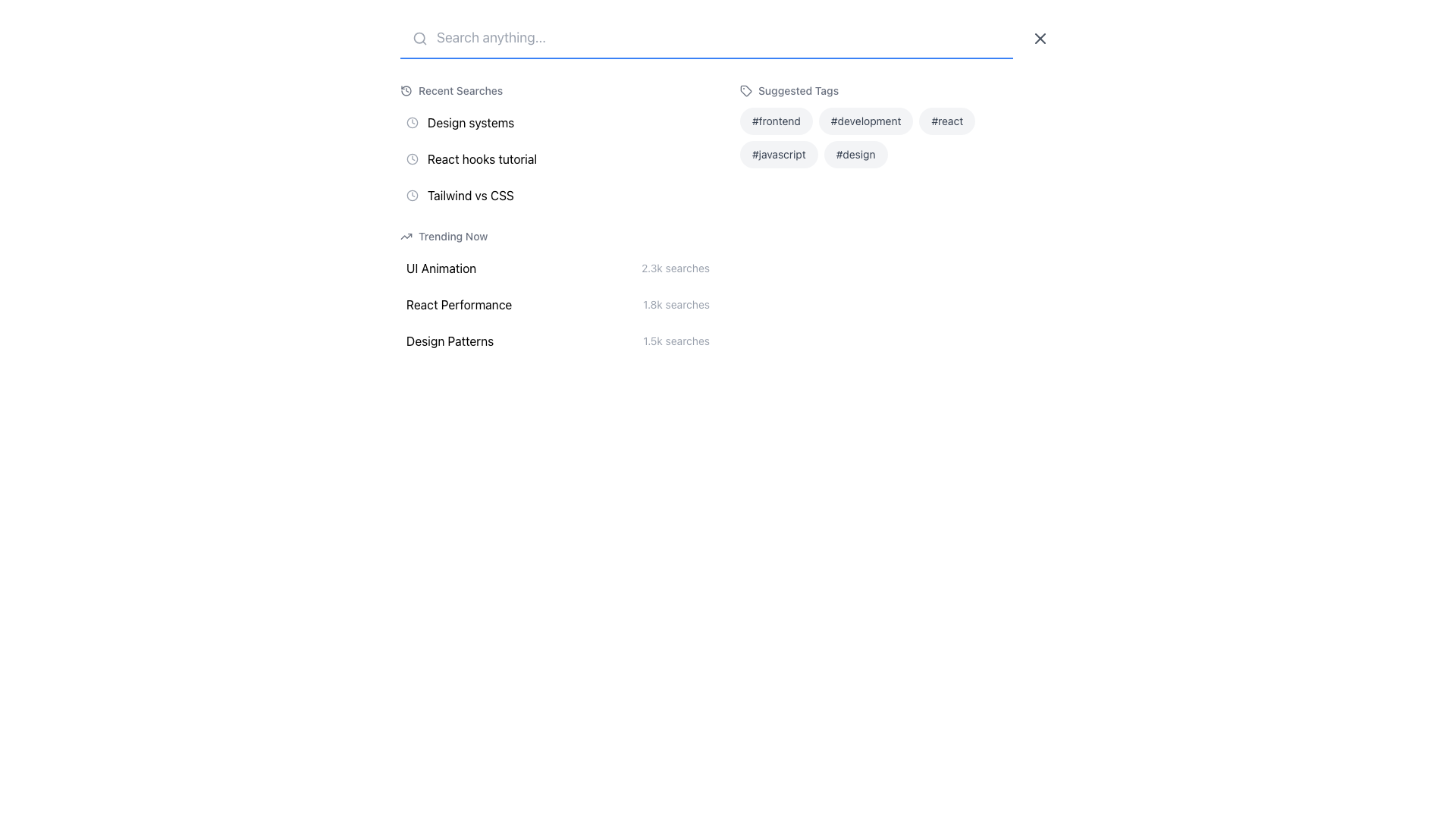 The height and width of the screenshot is (819, 1456). Describe the element at coordinates (406, 90) in the screenshot. I see `the 'history' icon located to the left of the 'Recent Searches' text in the top section of the left column` at that location.